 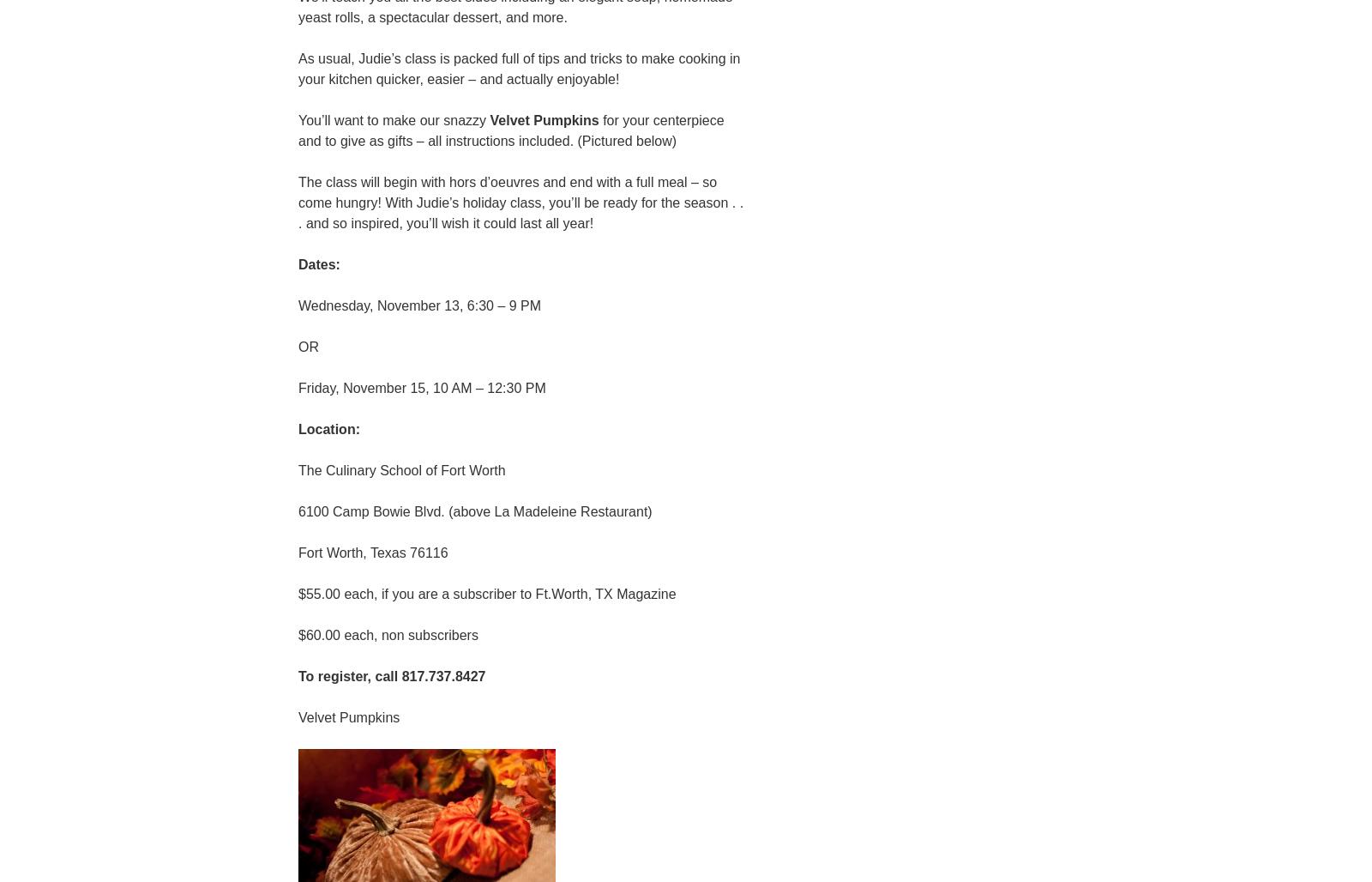 I want to click on 'The class will begin with hors d’oeuvres and end with a full meal – so come hungry! With Judie’s holiday class, you’ll be ready for the season . . . and so inspired, you’ll wish it could last all year!', so click(x=298, y=201).